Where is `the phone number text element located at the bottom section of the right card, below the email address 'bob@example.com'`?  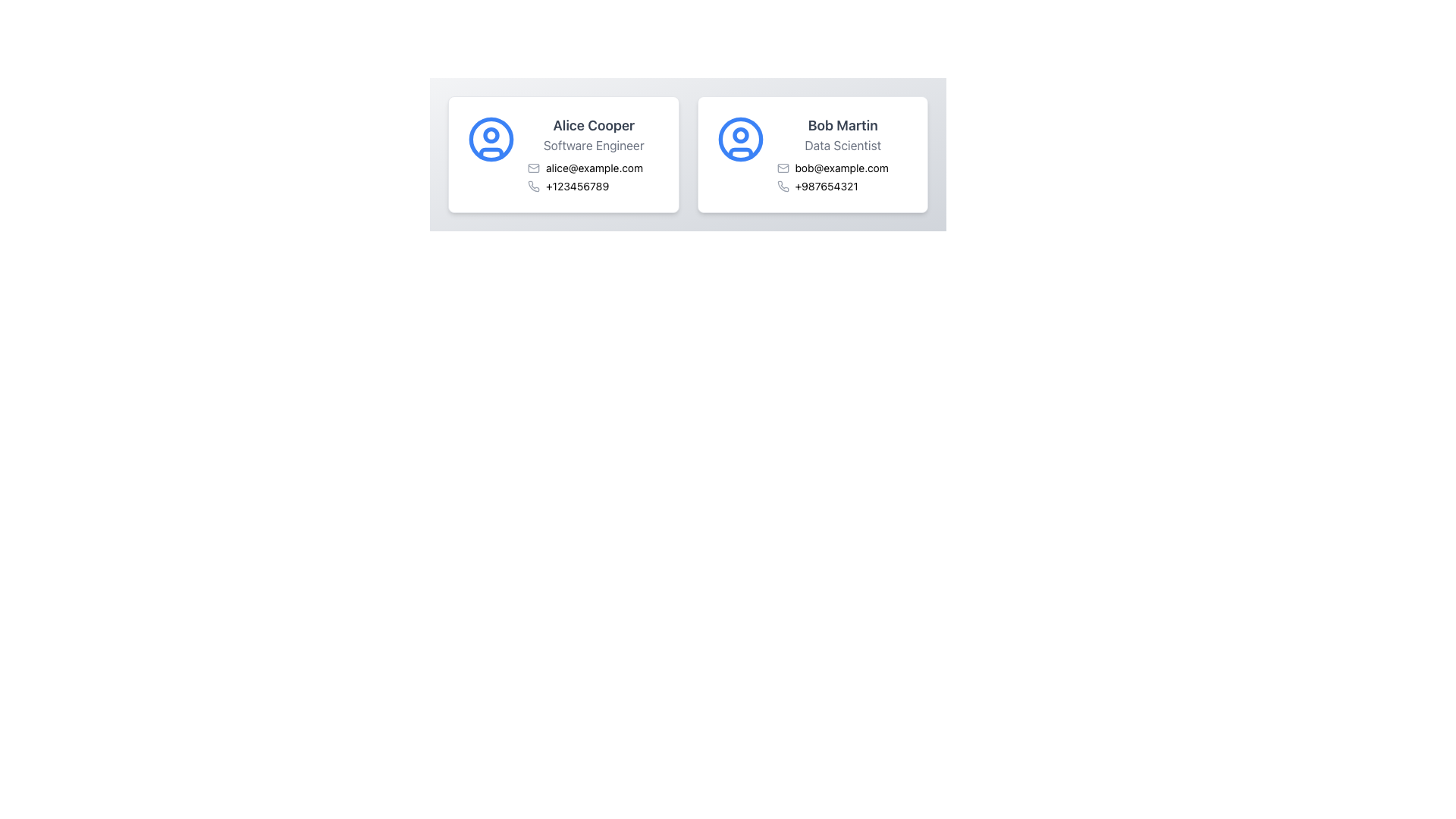
the phone number text element located at the bottom section of the right card, below the email address 'bob@example.com' is located at coordinates (842, 186).